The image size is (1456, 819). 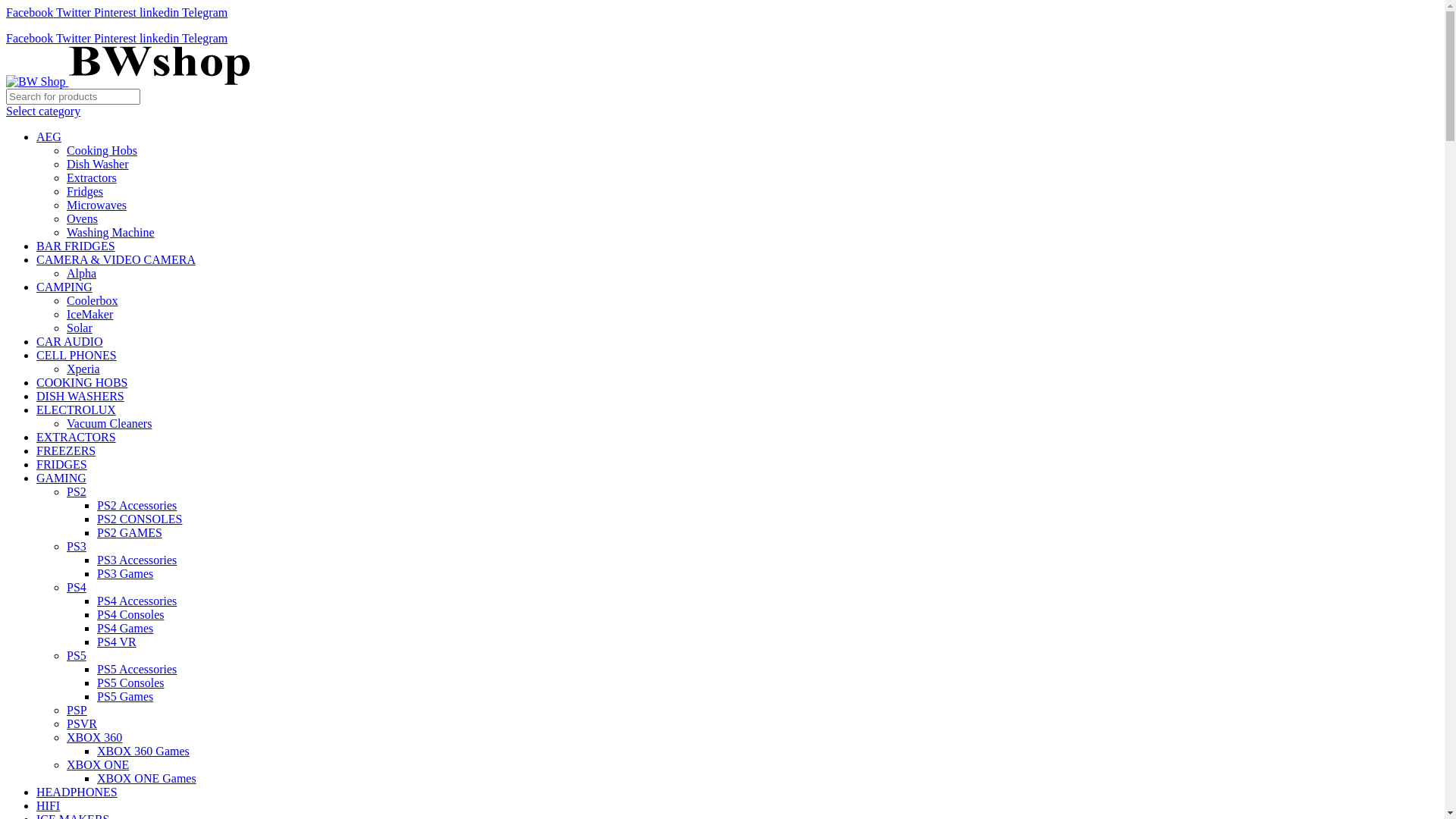 What do you see at coordinates (36, 355) in the screenshot?
I see `'CELL PHONES'` at bounding box center [36, 355].